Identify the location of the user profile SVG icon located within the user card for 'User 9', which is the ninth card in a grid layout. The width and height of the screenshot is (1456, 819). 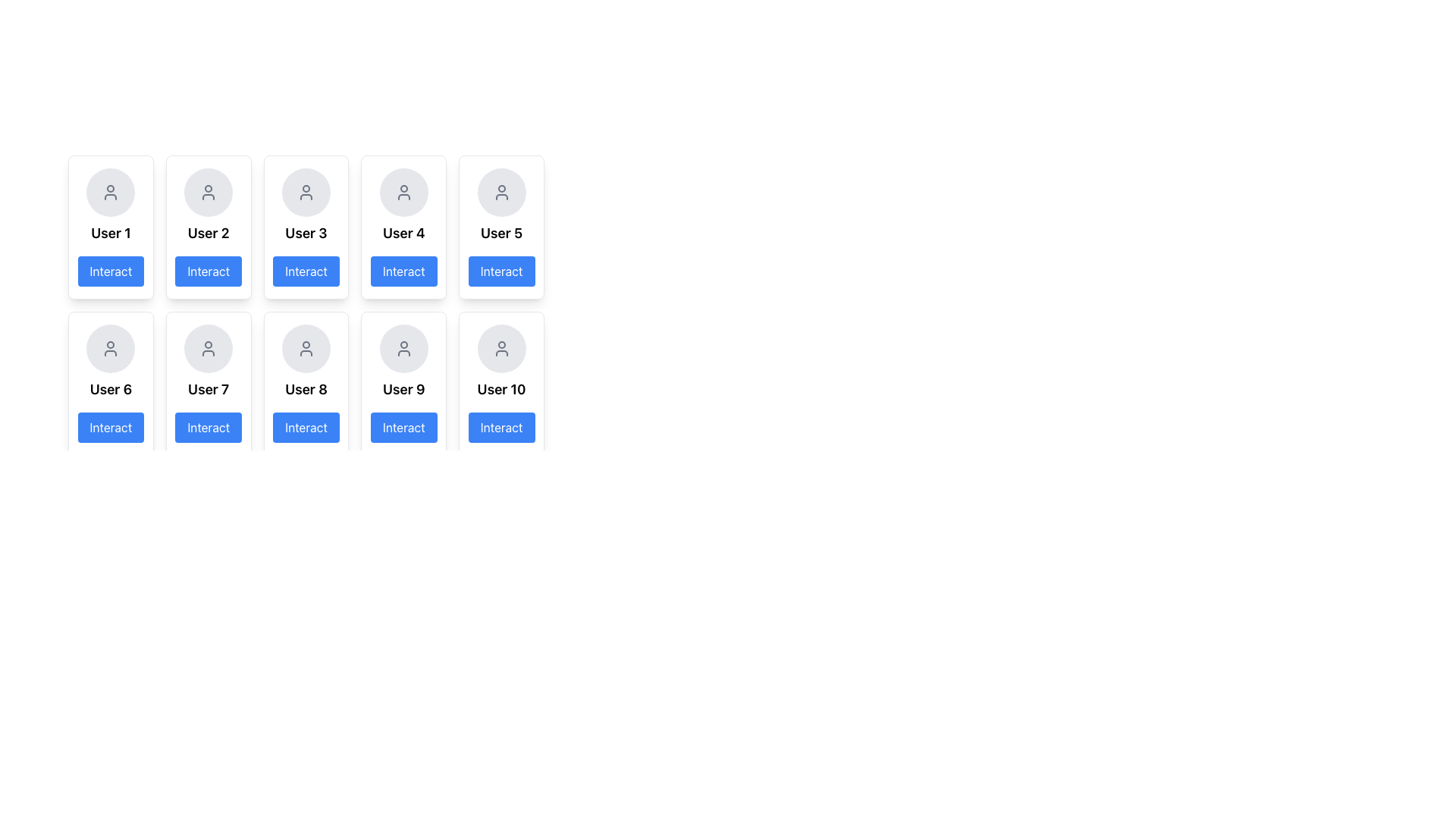
(403, 348).